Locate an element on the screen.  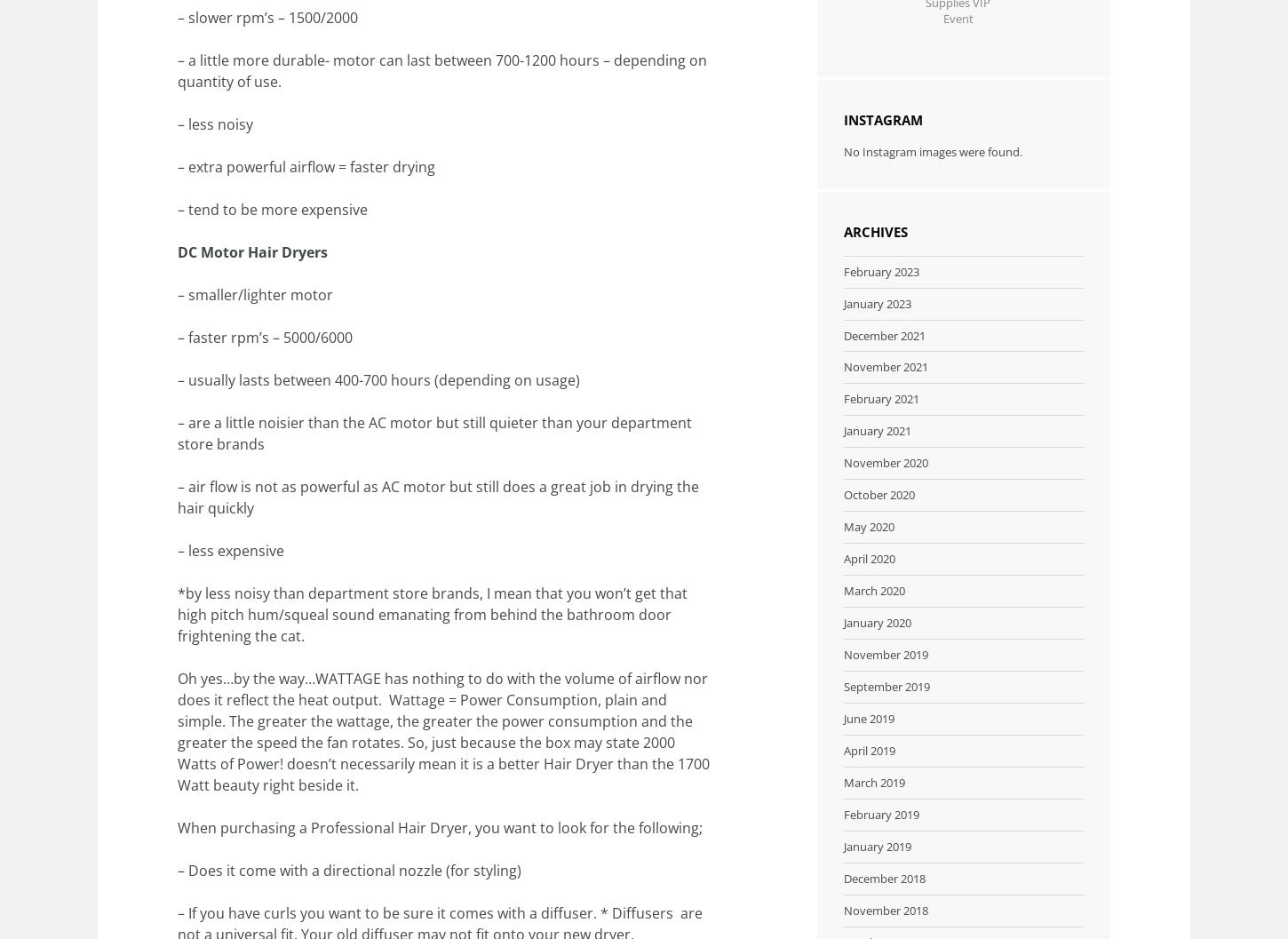
'– extra powerful airflow = faster drying' is located at coordinates (306, 167).